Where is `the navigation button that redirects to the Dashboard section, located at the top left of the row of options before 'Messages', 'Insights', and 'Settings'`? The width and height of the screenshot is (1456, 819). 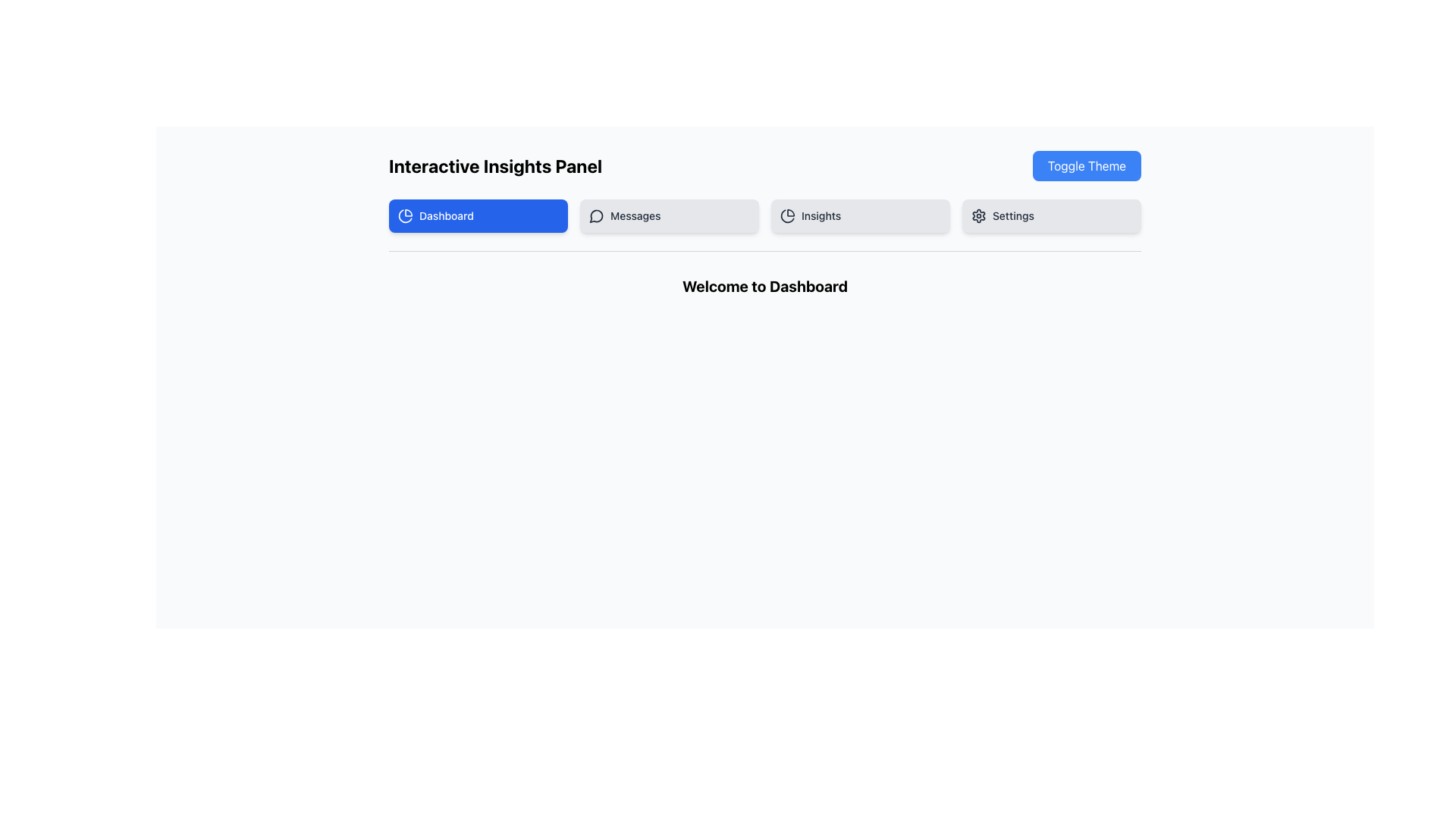
the navigation button that redirects to the Dashboard section, located at the top left of the row of options before 'Messages', 'Insights', and 'Settings' is located at coordinates (477, 216).